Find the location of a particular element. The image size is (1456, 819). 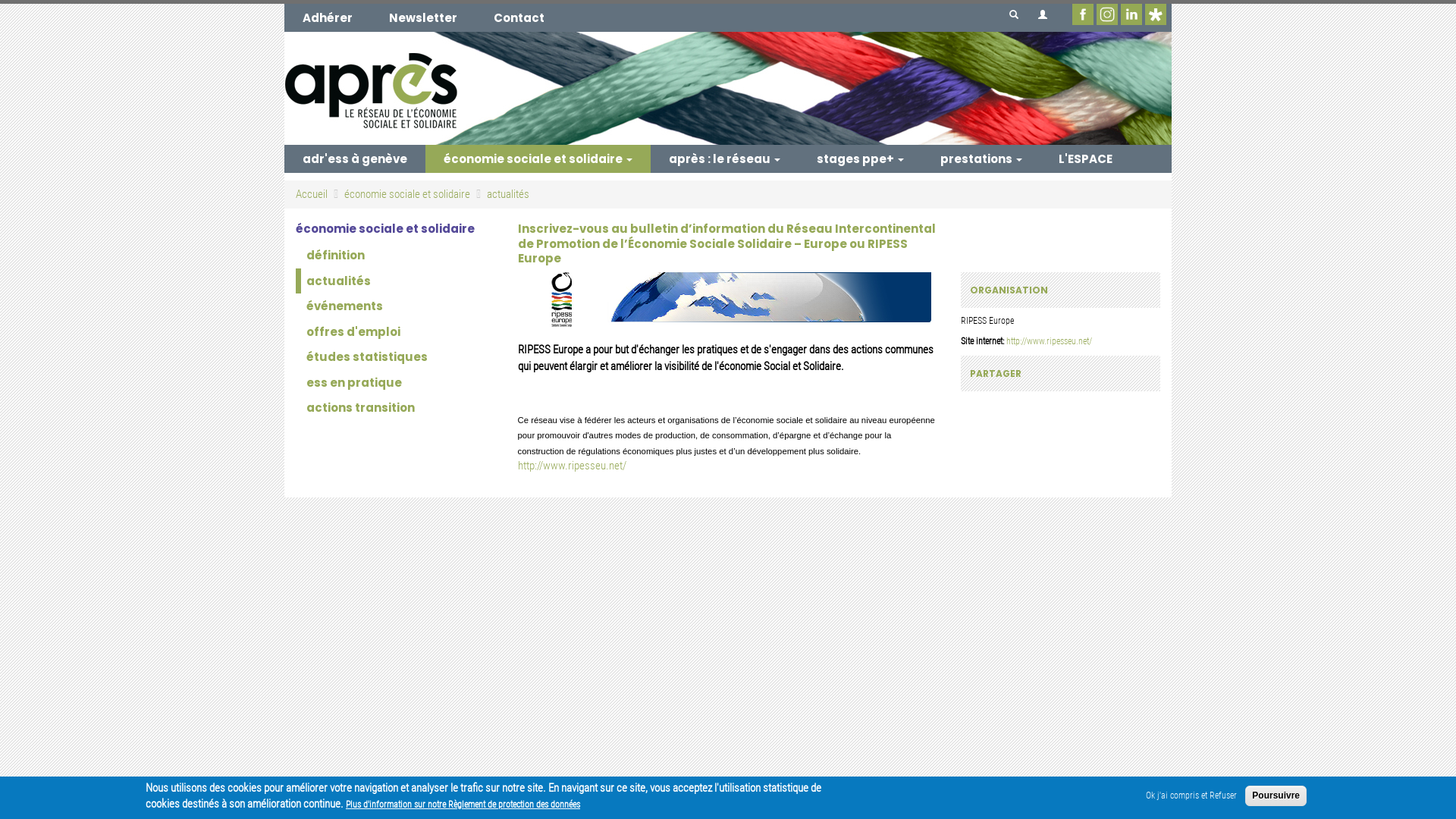

'prestations' is located at coordinates (981, 158).